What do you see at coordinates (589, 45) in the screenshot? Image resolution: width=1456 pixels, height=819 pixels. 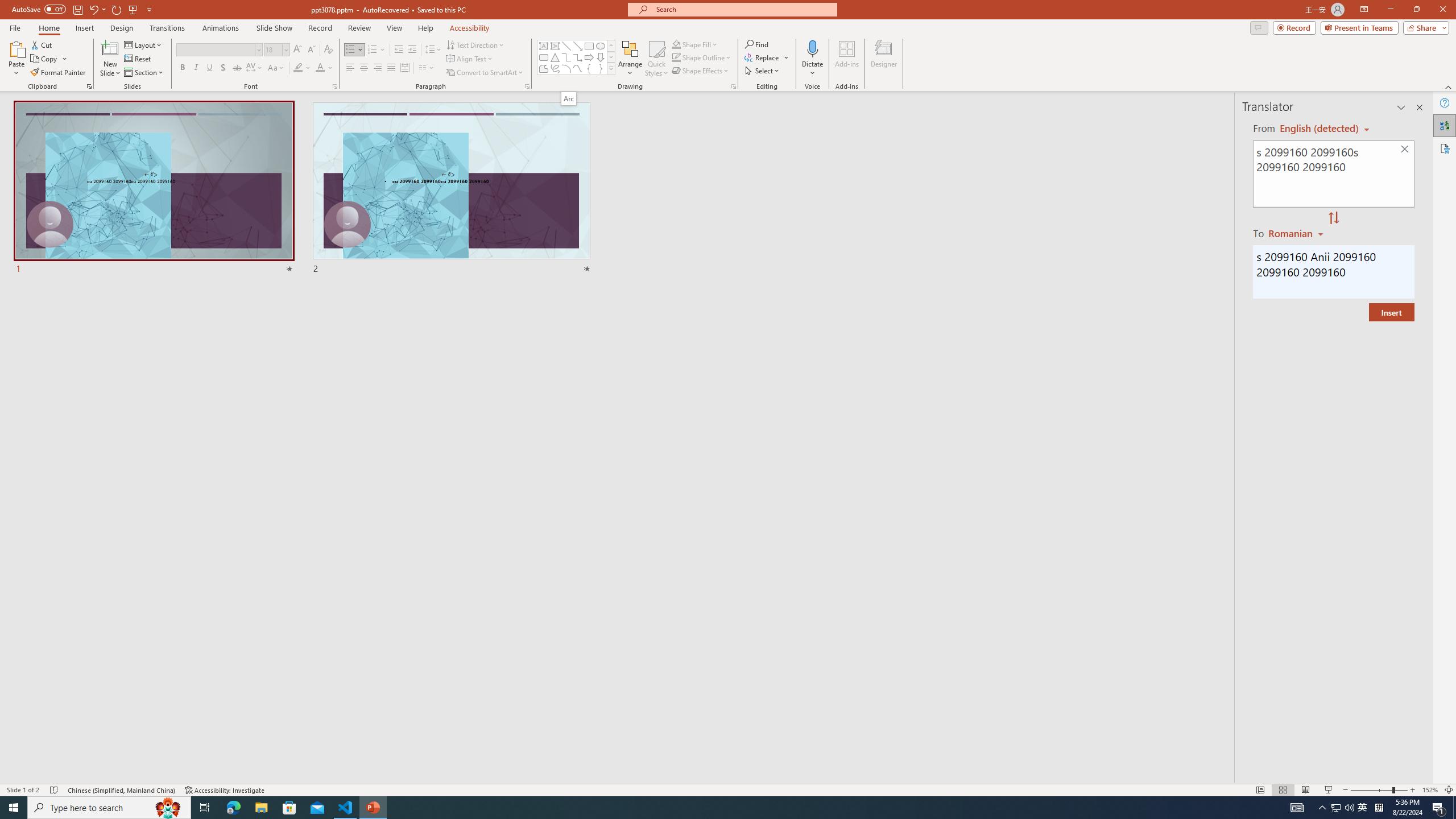 I see `'Rectangle'` at bounding box center [589, 45].